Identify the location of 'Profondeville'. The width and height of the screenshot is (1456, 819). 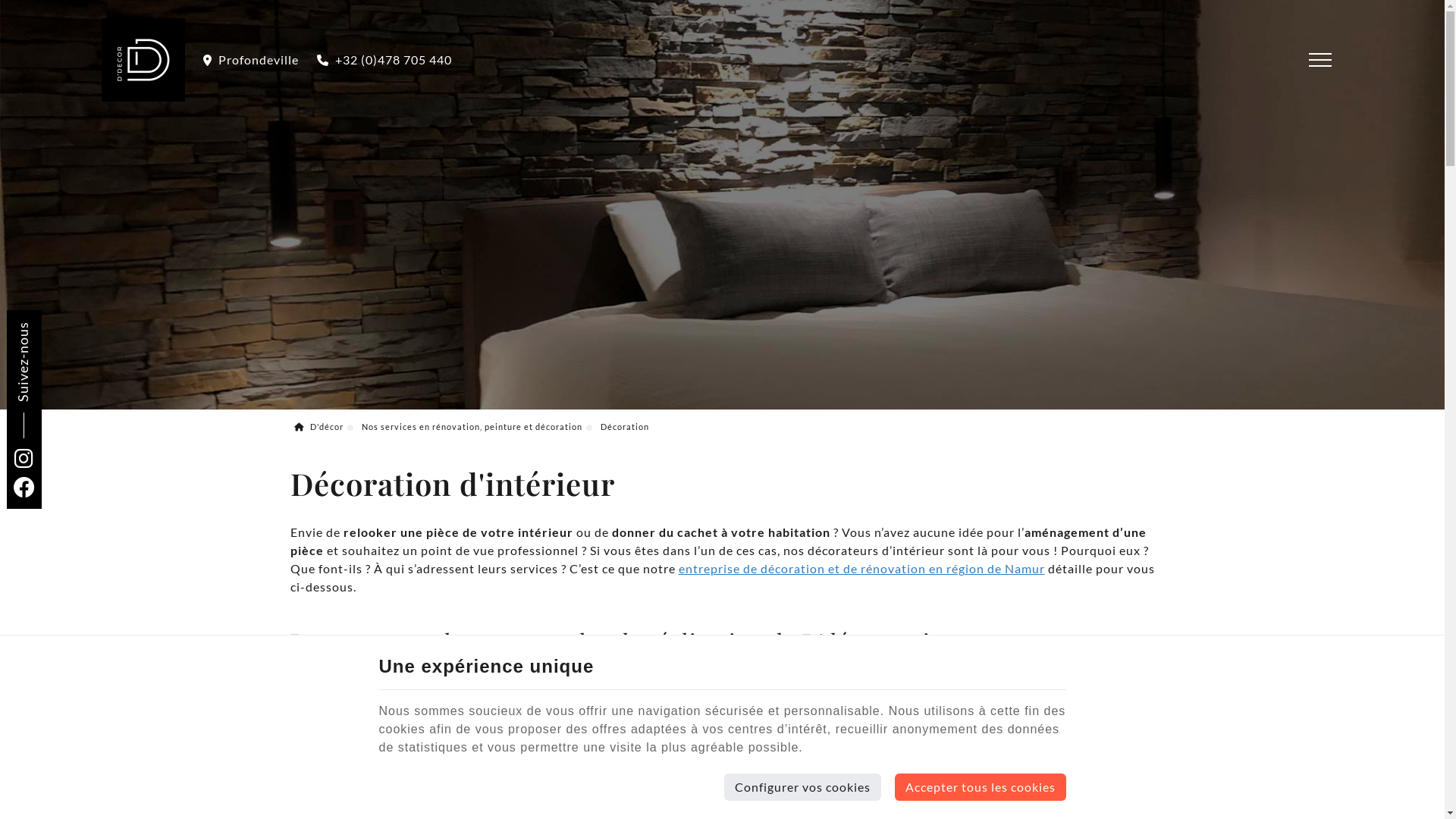
(251, 58).